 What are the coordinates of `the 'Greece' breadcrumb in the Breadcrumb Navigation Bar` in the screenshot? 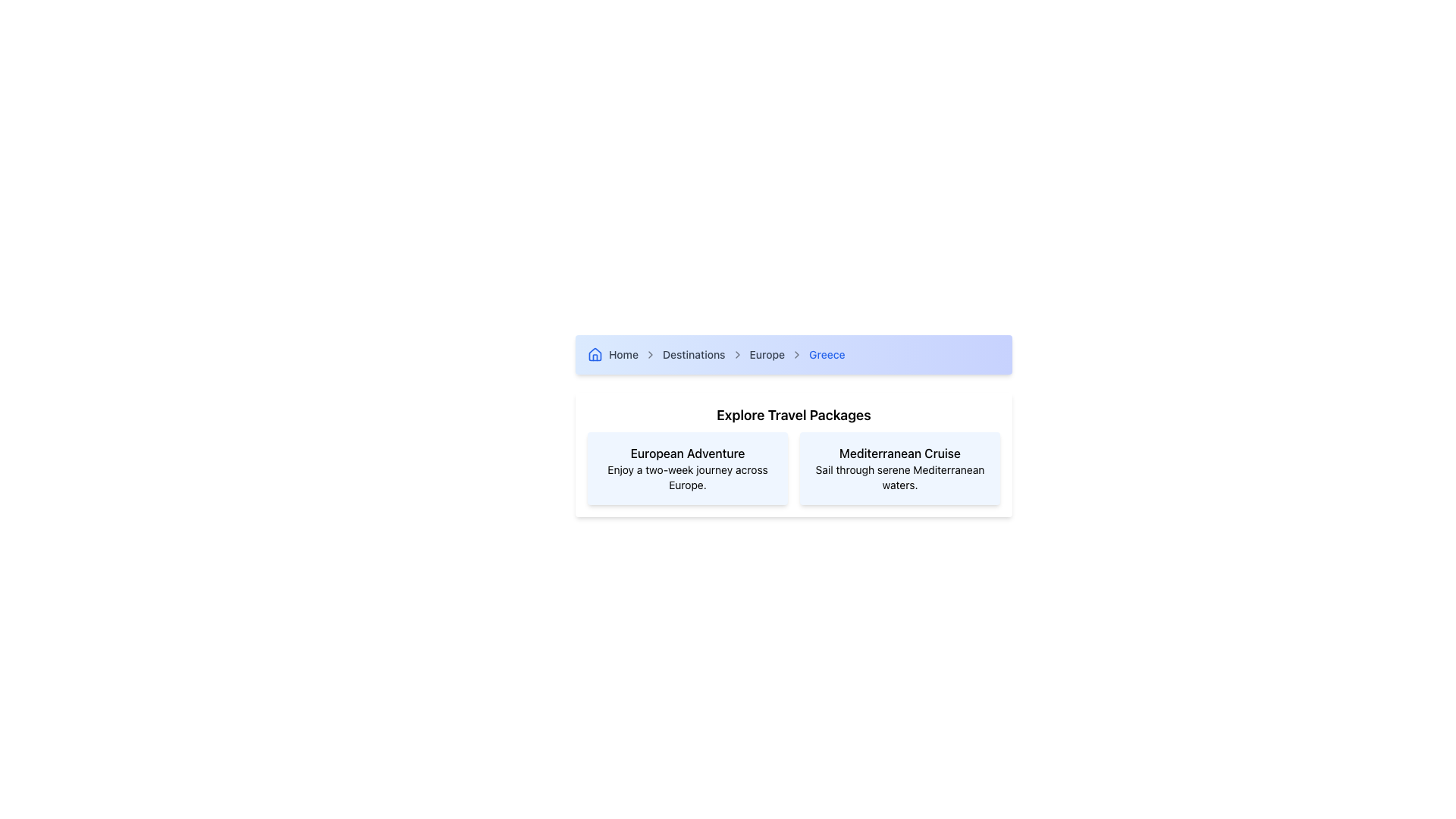 It's located at (792, 354).